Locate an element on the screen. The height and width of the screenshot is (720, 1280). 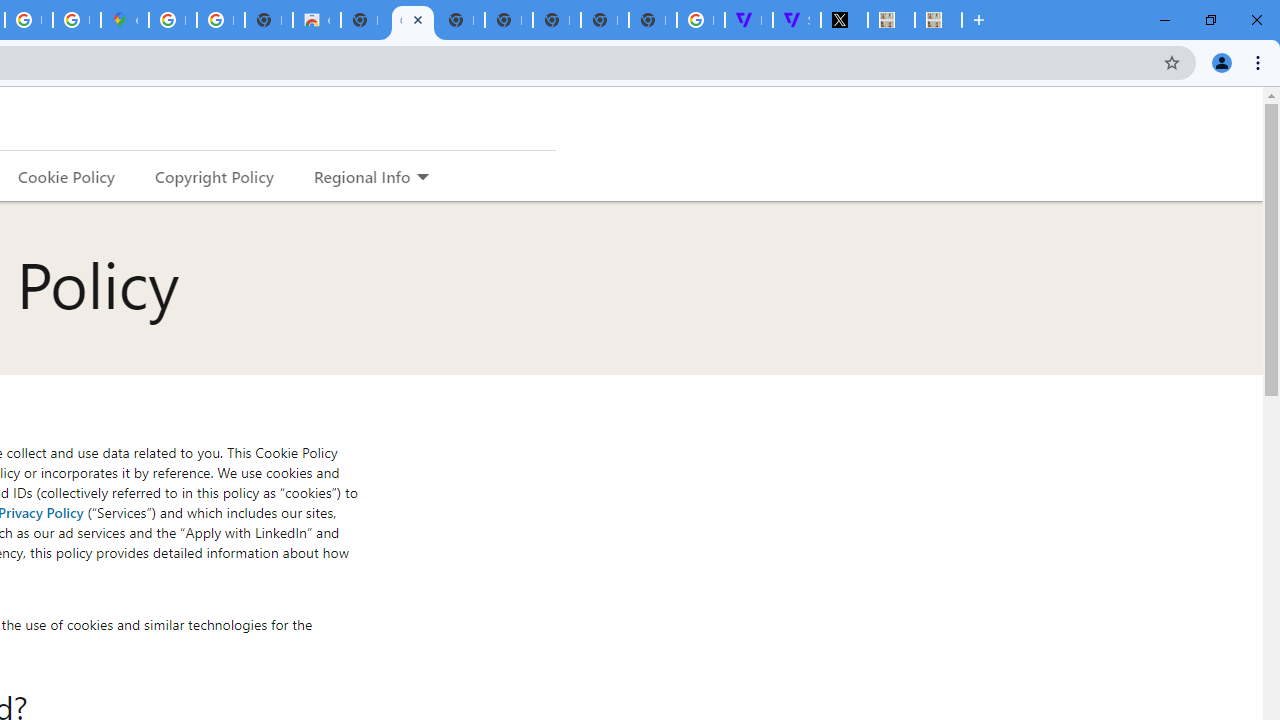
'Chrome Web Store' is located at coordinates (315, 20).